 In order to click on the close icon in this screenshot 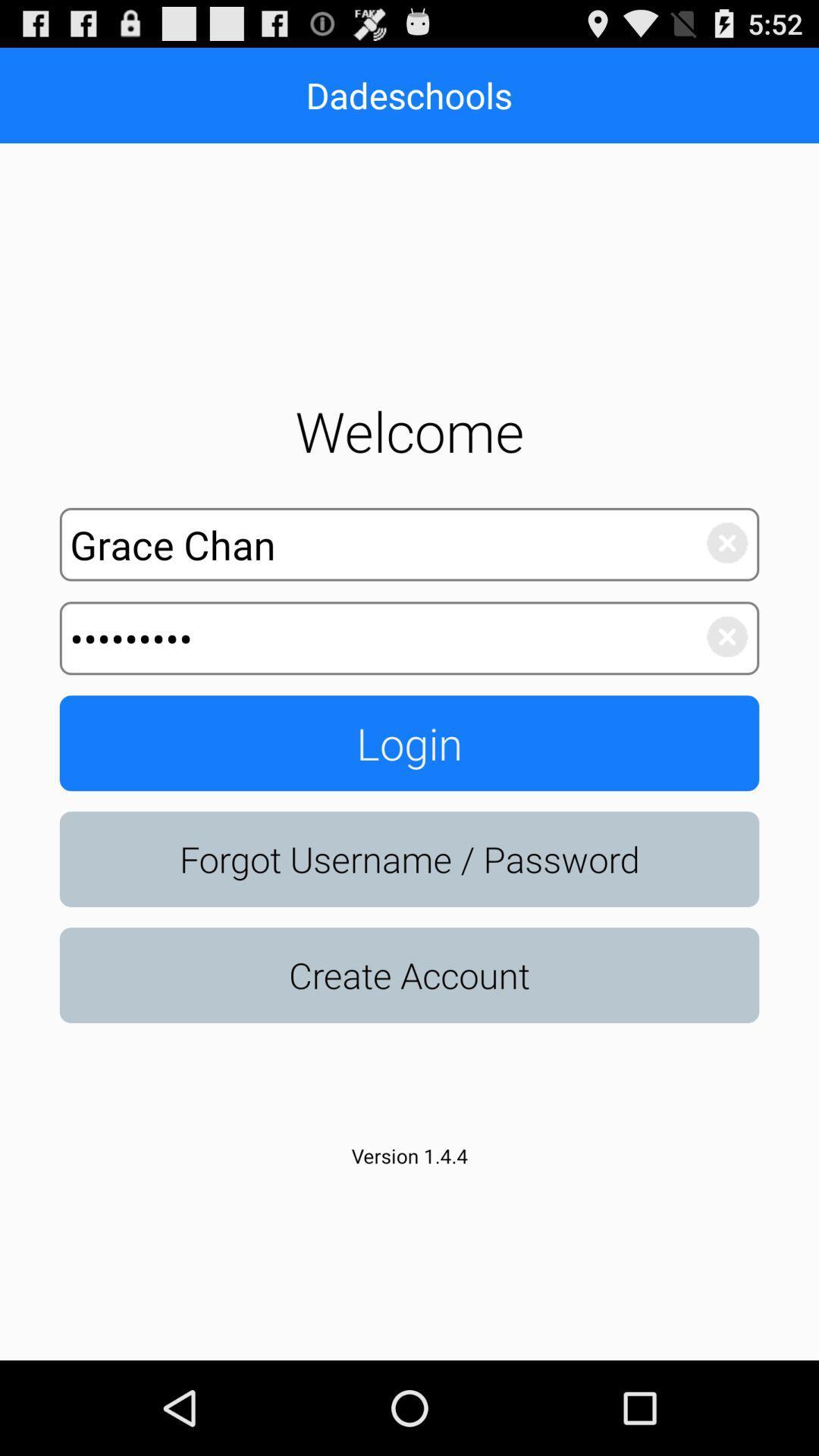, I will do `click(718, 682)`.